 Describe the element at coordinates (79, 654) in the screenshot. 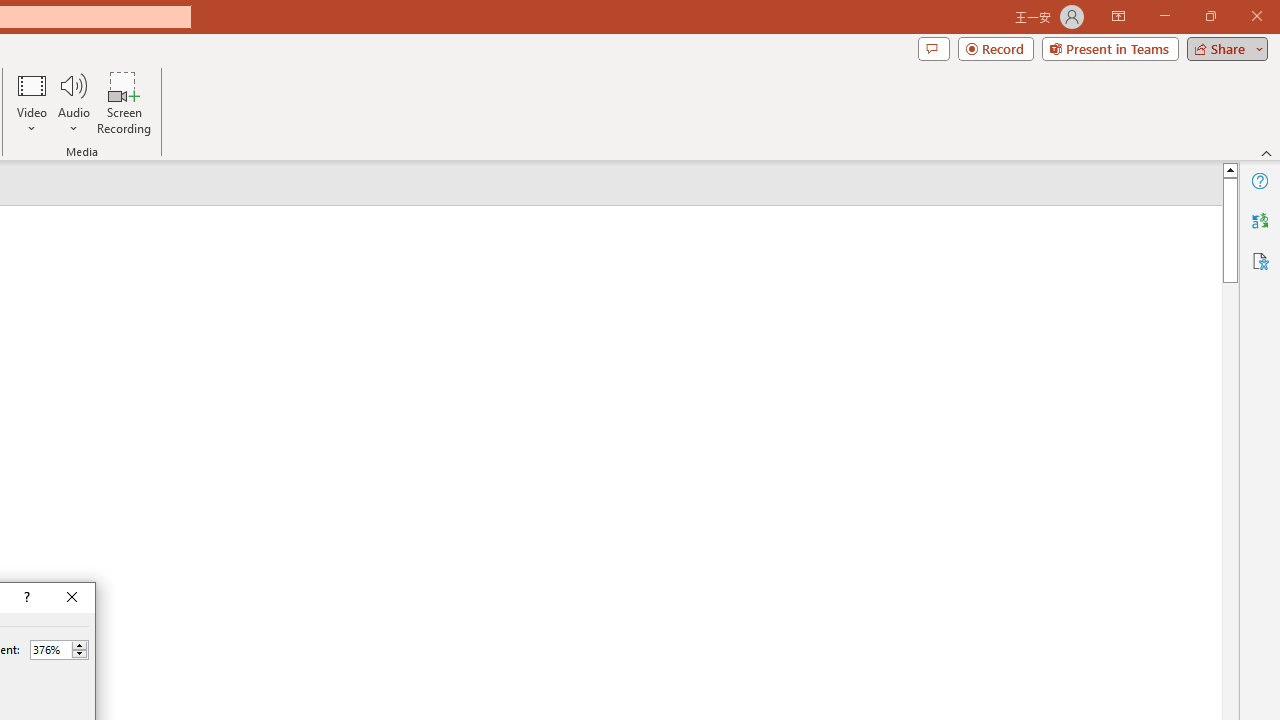

I see `'Less'` at that location.